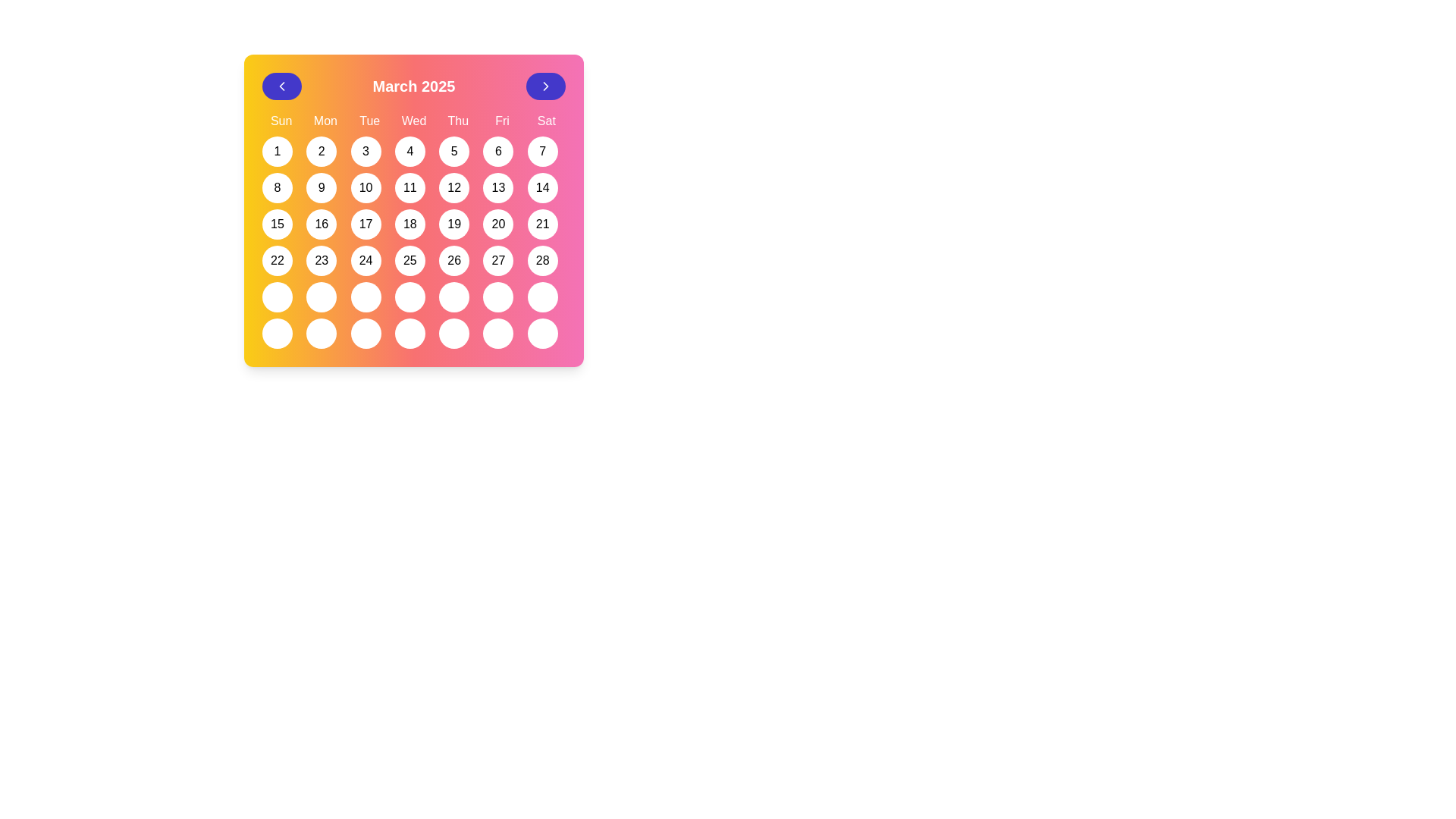 This screenshot has height=819, width=1456. What do you see at coordinates (457, 120) in the screenshot?
I see `the static text label displaying 'Thu' in white font, which is the fifth header label in the first row of the calendar grid` at bounding box center [457, 120].